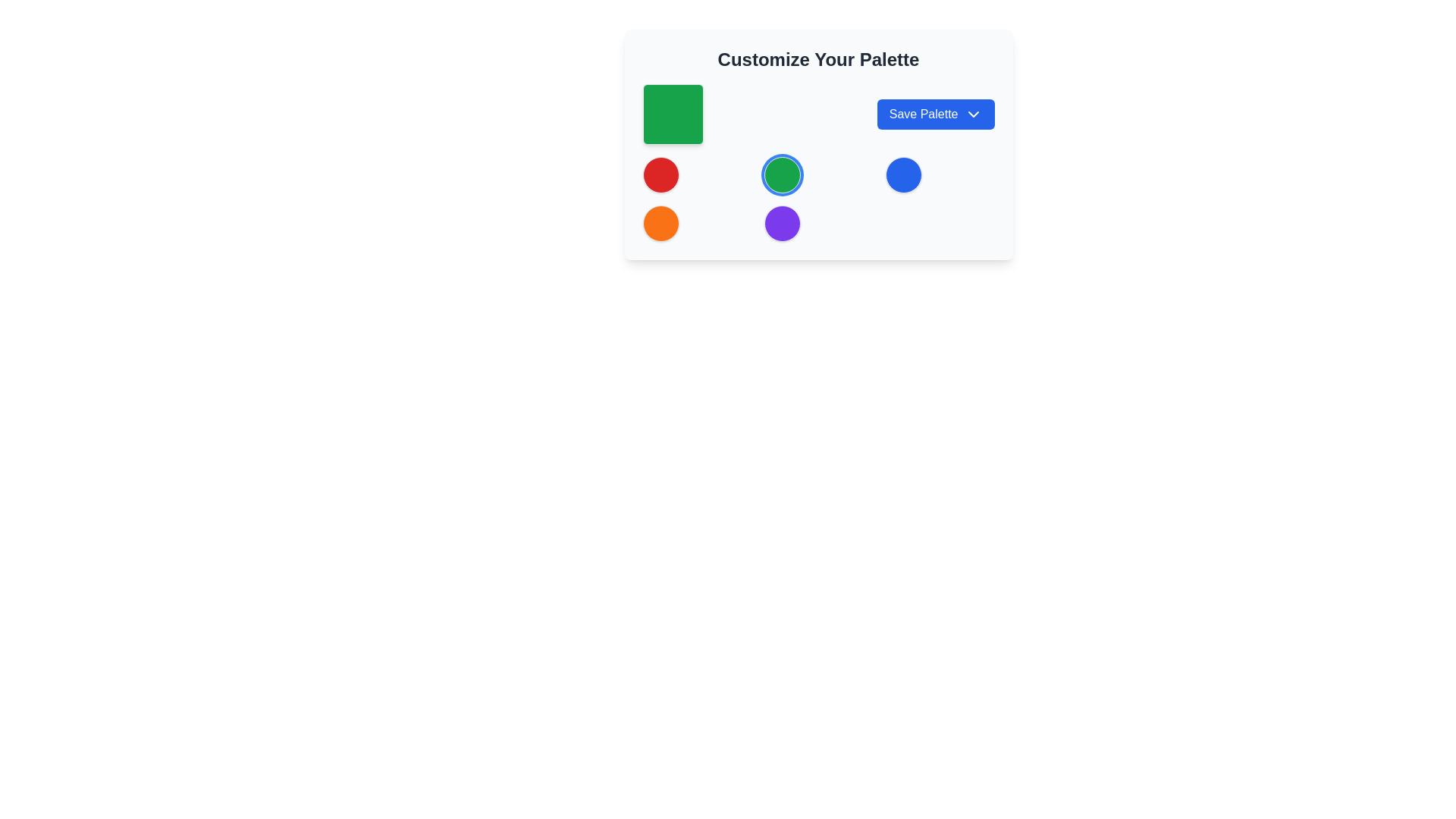  Describe the element at coordinates (973, 114) in the screenshot. I see `the dropdown icon located at the right end of the 'Save Palette' button in the top-right corner of the content card` at that location.